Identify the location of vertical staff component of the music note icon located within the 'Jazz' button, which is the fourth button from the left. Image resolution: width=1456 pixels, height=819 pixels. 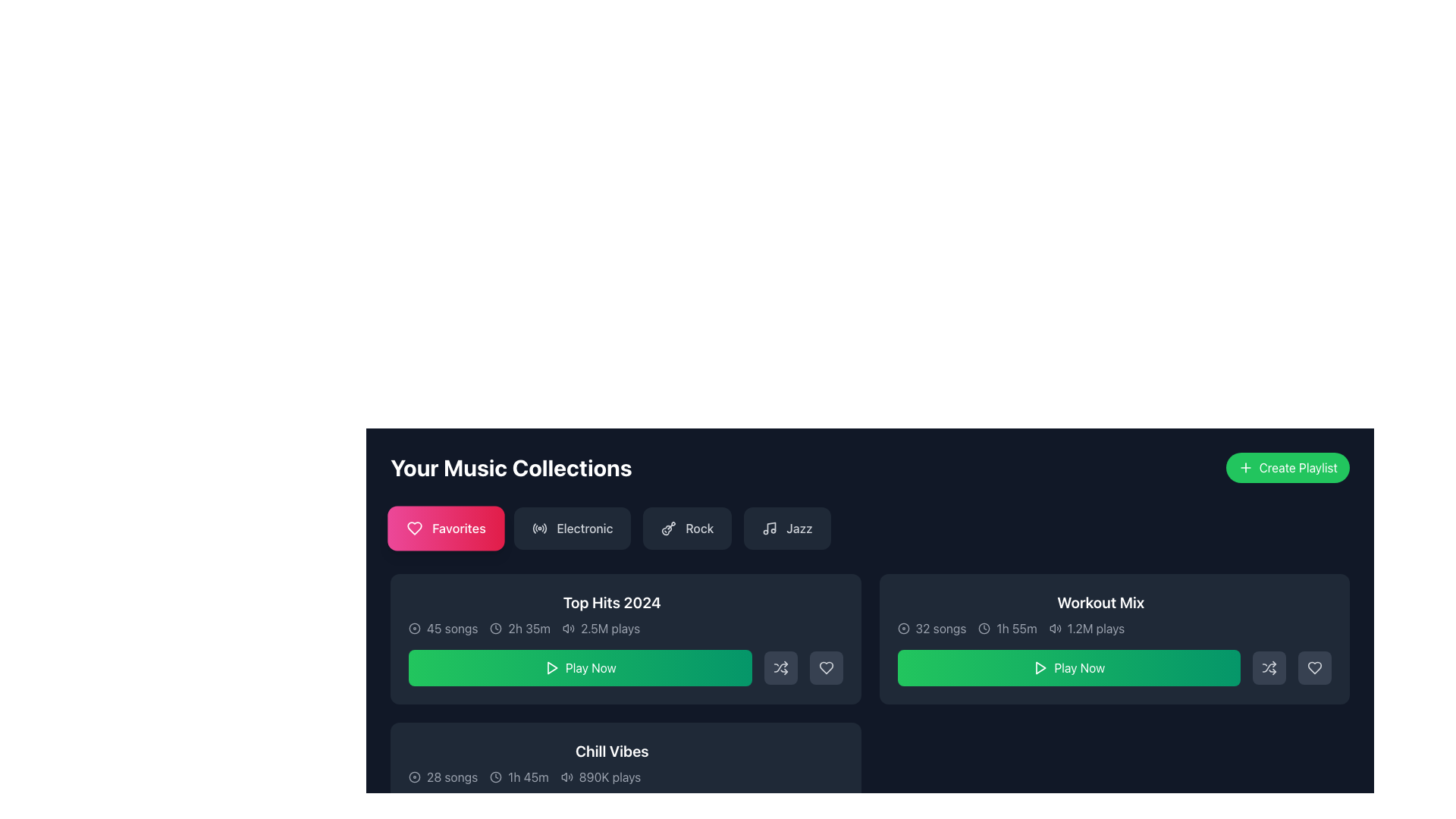
(771, 526).